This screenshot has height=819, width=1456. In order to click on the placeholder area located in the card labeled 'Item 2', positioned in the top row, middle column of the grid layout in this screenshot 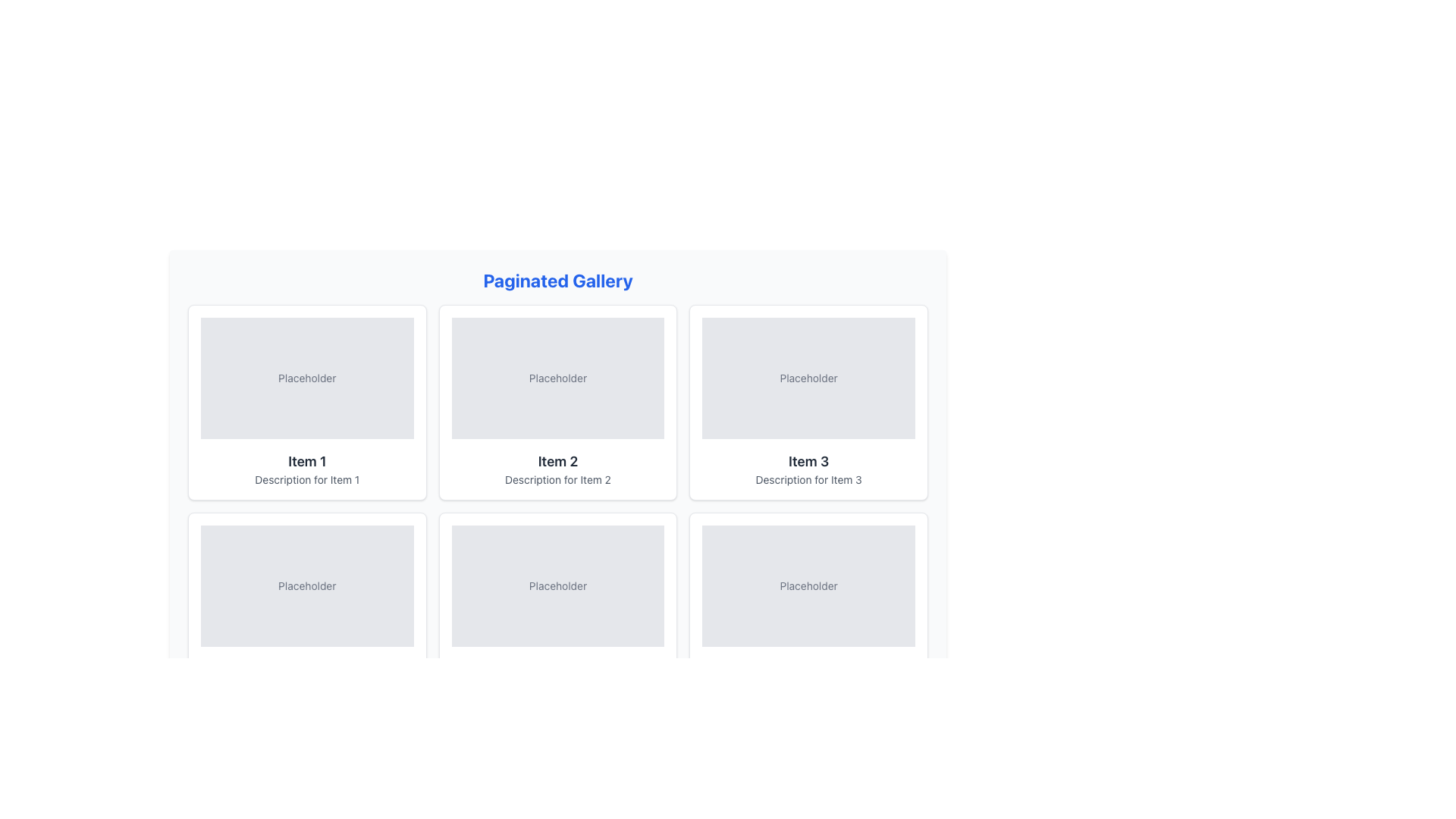, I will do `click(557, 377)`.